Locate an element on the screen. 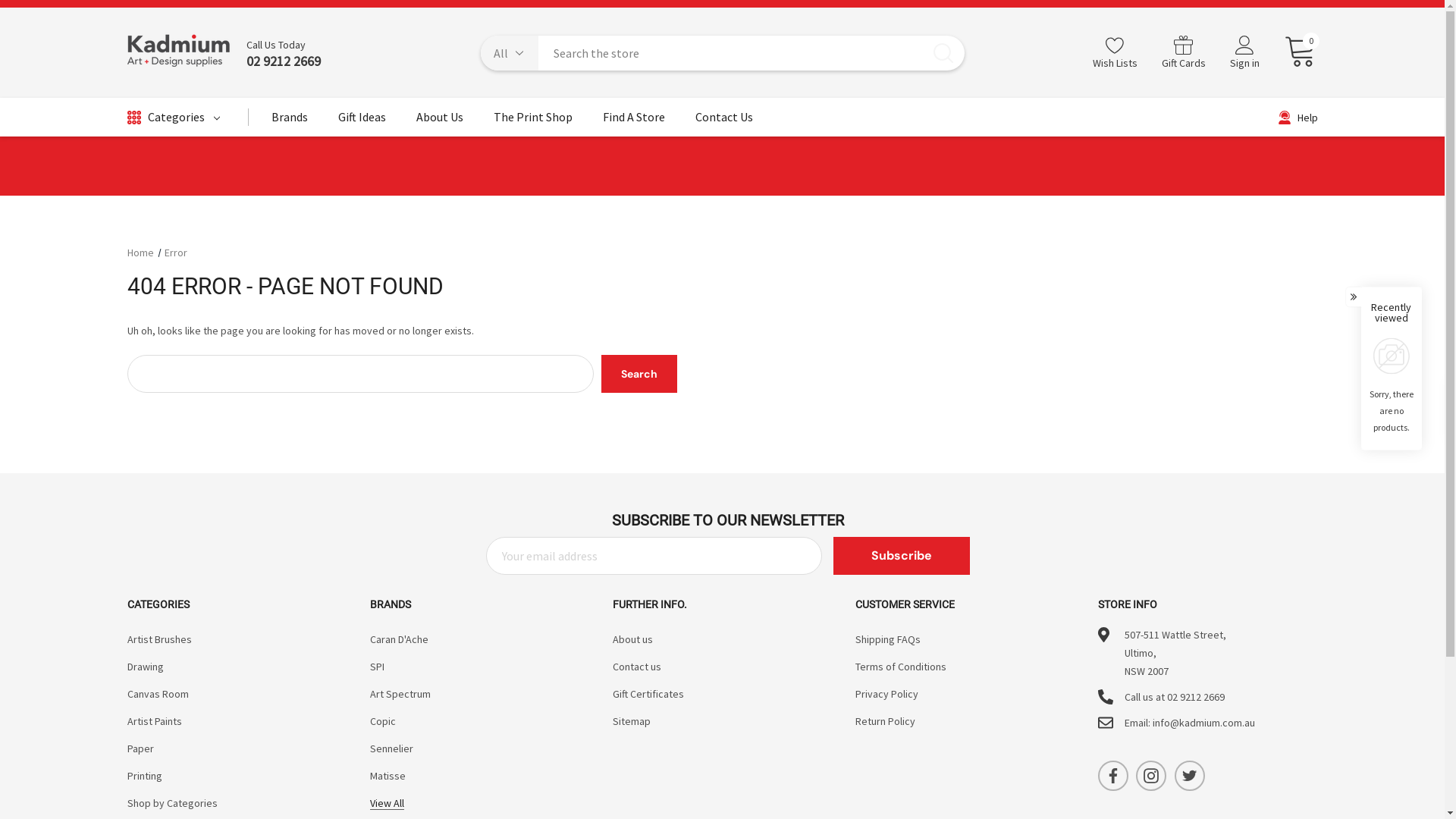  'Find A Store' is located at coordinates (633, 120).